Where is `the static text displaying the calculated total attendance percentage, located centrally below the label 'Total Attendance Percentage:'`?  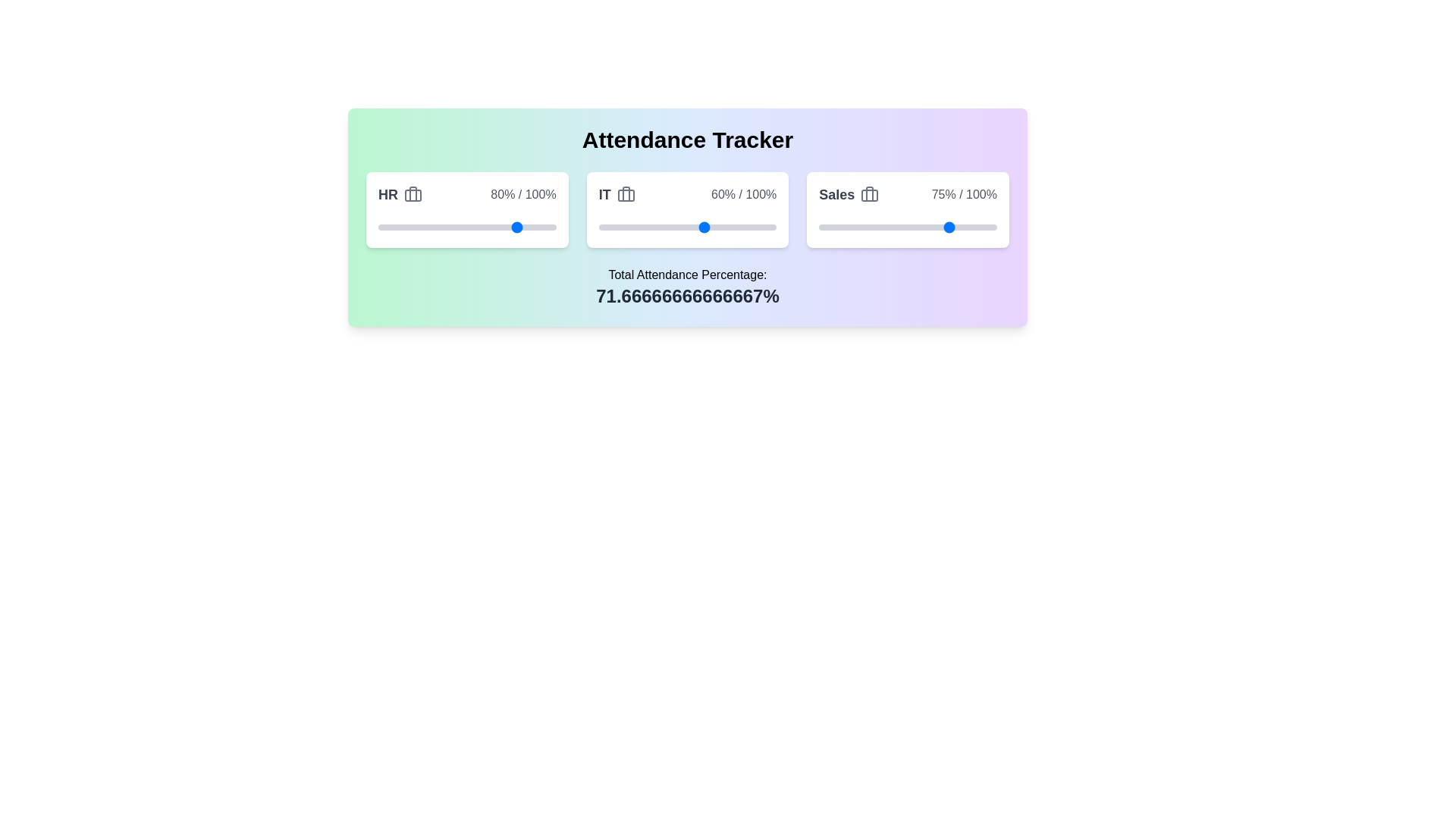
the static text displaying the calculated total attendance percentage, located centrally below the label 'Total Attendance Percentage:' is located at coordinates (687, 296).